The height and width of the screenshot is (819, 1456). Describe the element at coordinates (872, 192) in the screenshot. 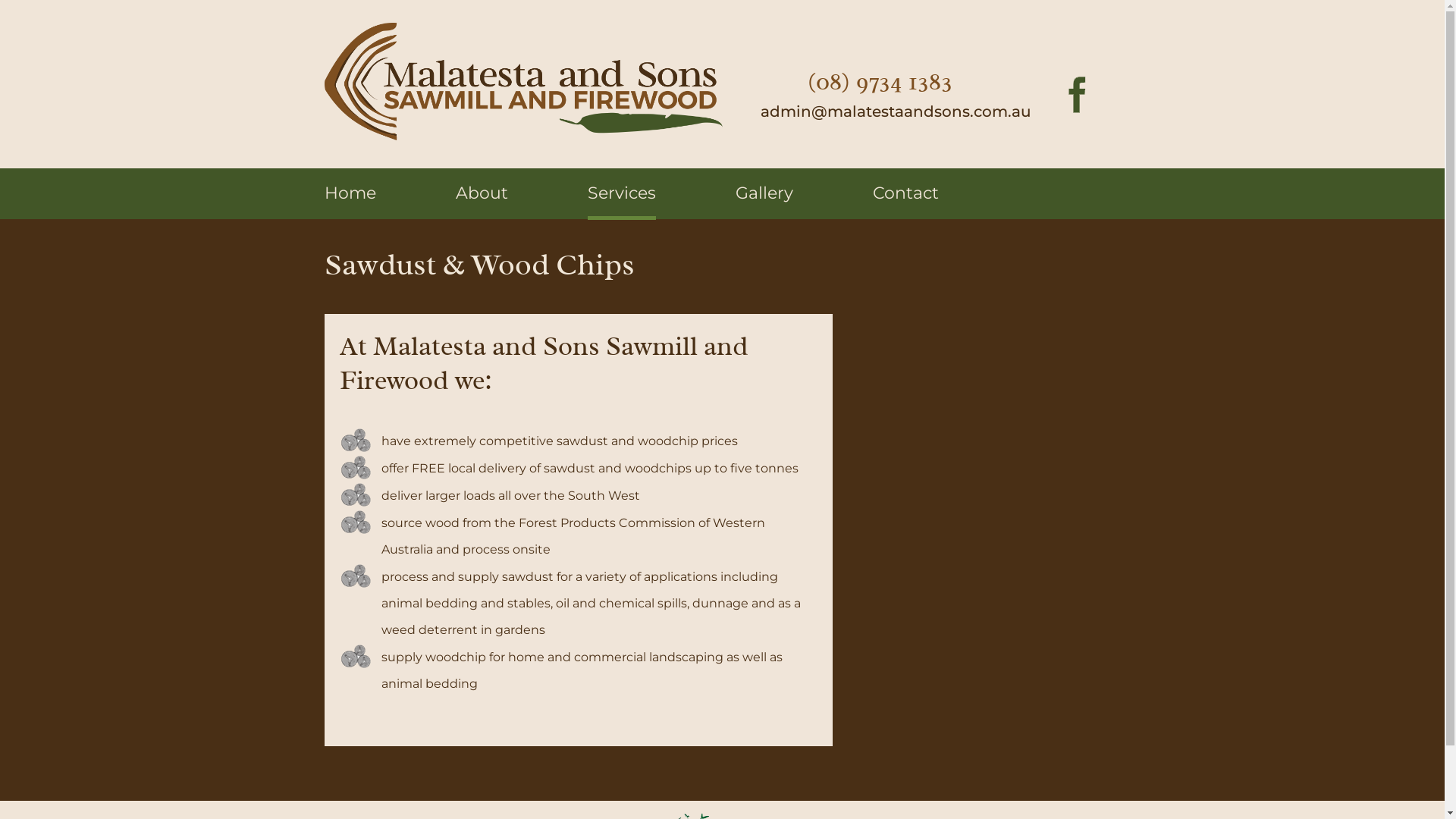

I see `'Contact'` at that location.